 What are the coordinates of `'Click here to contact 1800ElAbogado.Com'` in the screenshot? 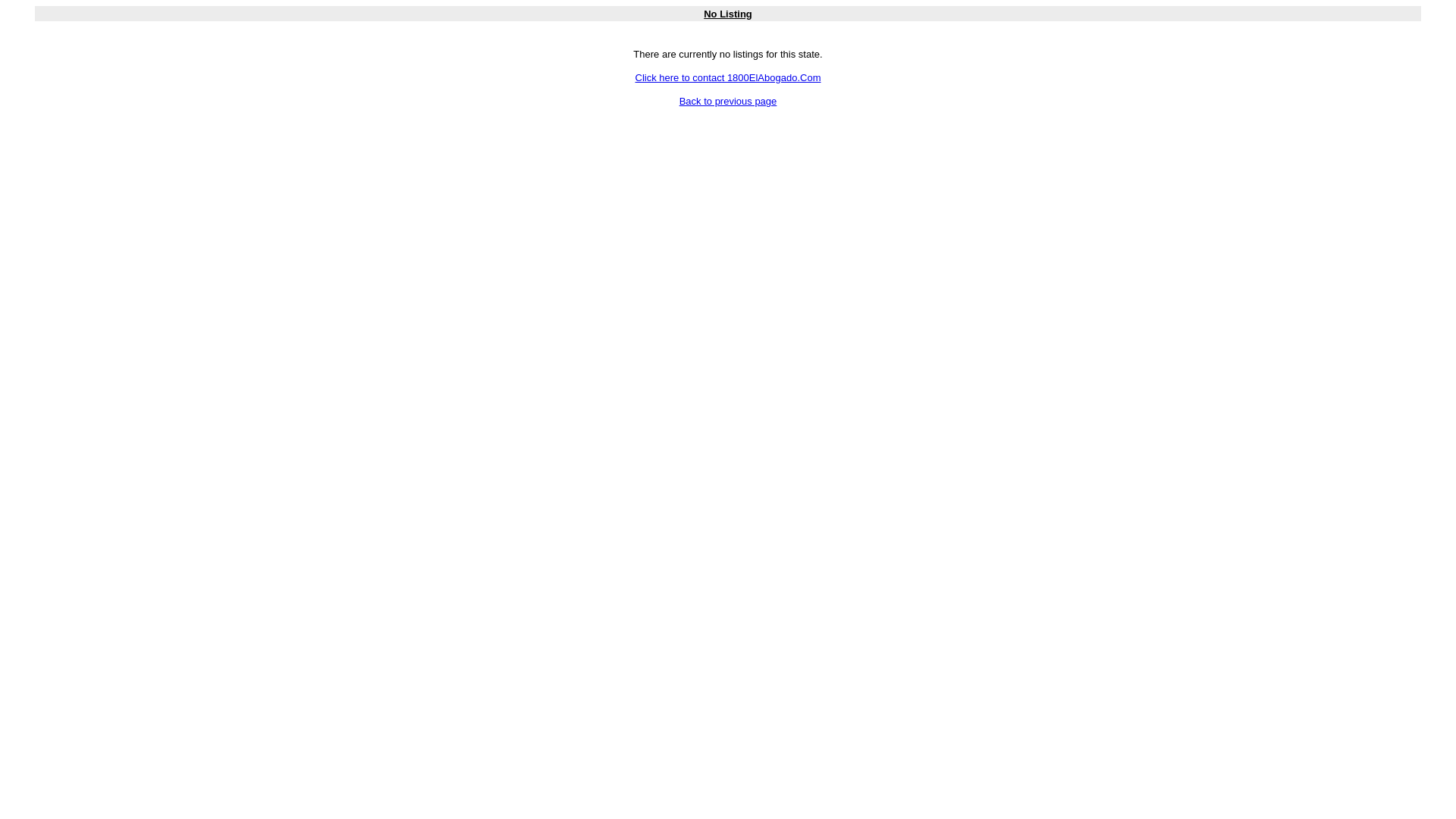 It's located at (728, 77).